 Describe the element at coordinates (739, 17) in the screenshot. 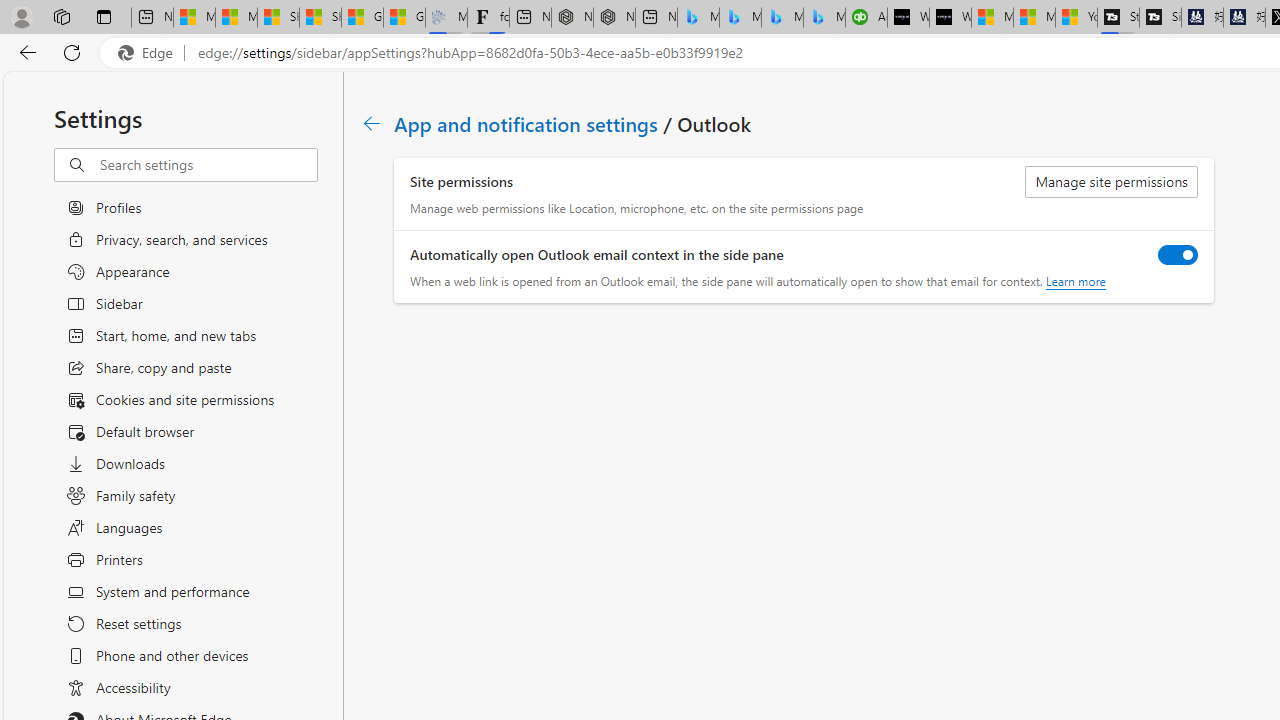

I see `'Microsoft Bing Travel - Stays in Bangkok, Bangkok, Thailand'` at that location.